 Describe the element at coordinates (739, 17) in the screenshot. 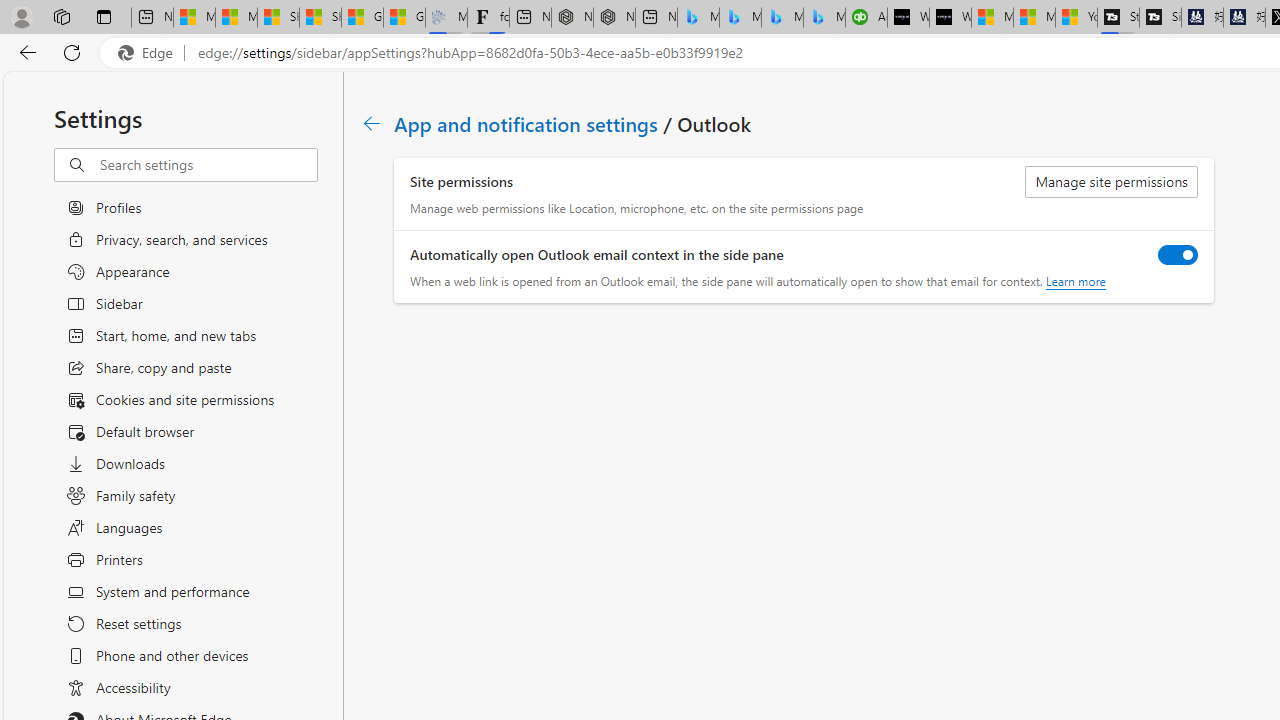

I see `'Microsoft Bing Travel - Stays in Bangkok, Bangkok, Thailand'` at that location.